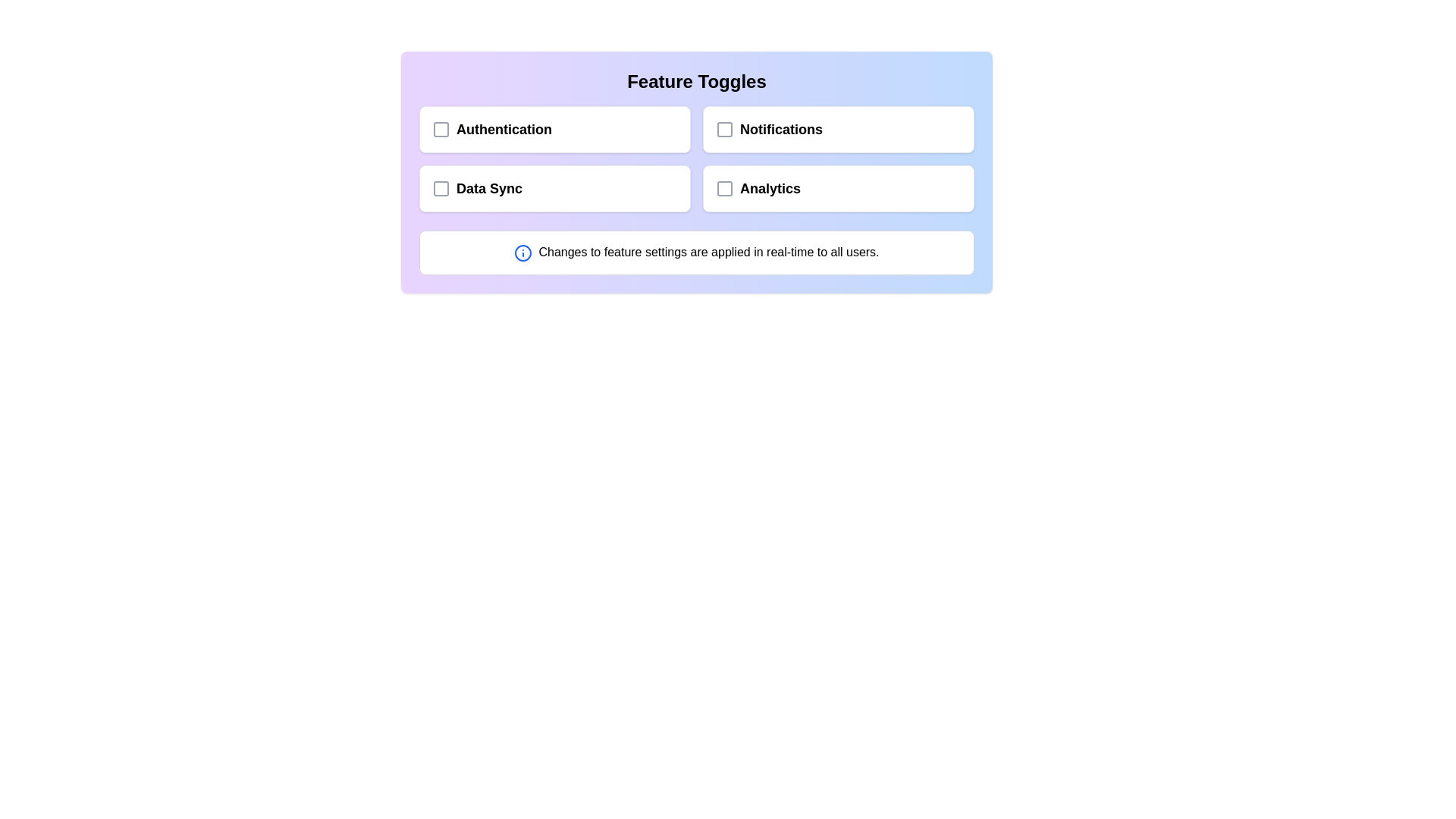 The width and height of the screenshot is (1456, 819). What do you see at coordinates (440, 128) in the screenshot?
I see `the toggle switch for the 'Authentication' feature to change its state` at bounding box center [440, 128].